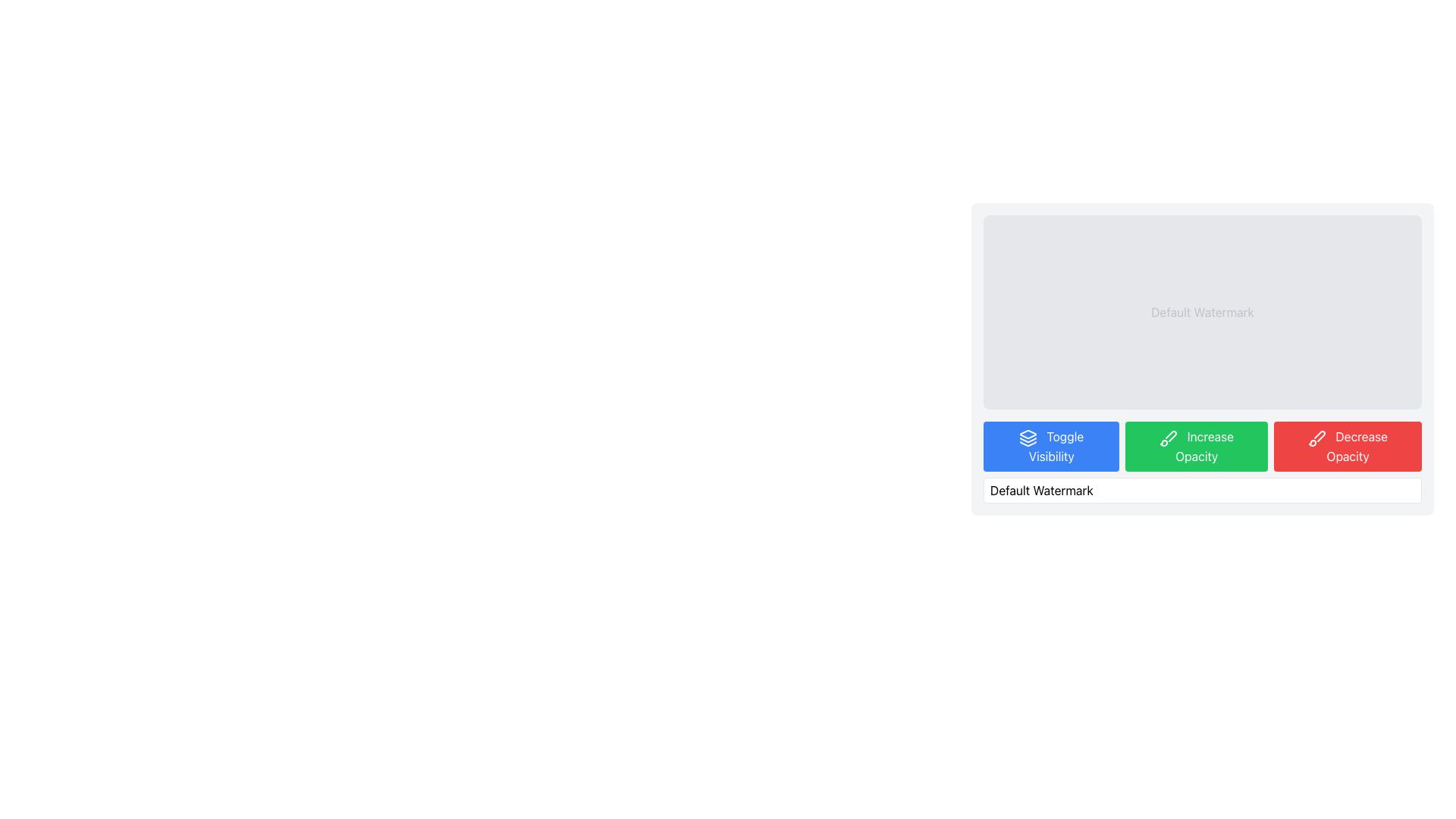  What do you see at coordinates (1348, 445) in the screenshot?
I see `the red button labeled 'Decrease Opacity' located in the bottom-right portion of the interface to decrease opacity` at bounding box center [1348, 445].